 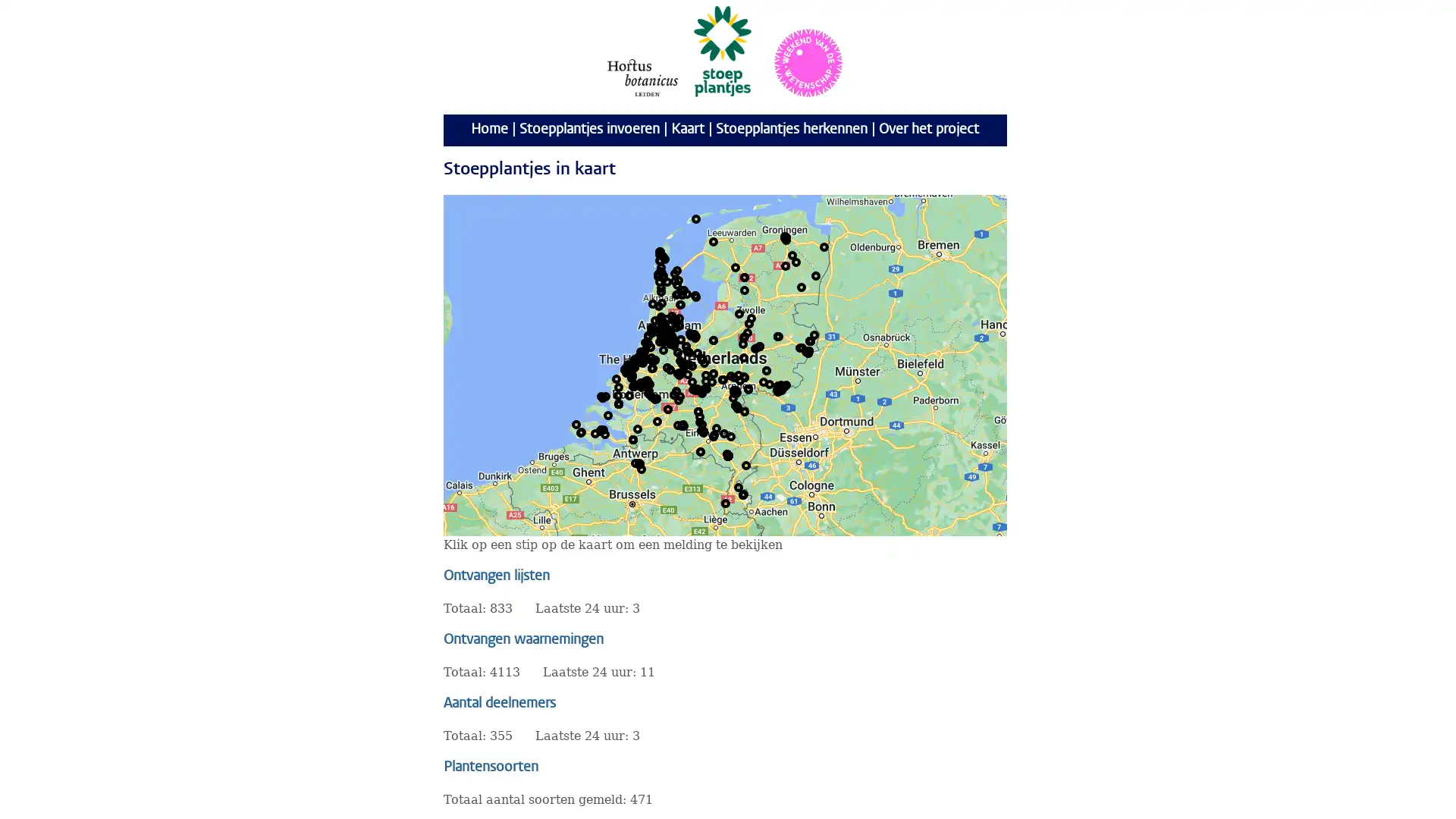 What do you see at coordinates (666, 329) in the screenshot?
I see `Telling van op 15 mei 2022` at bounding box center [666, 329].